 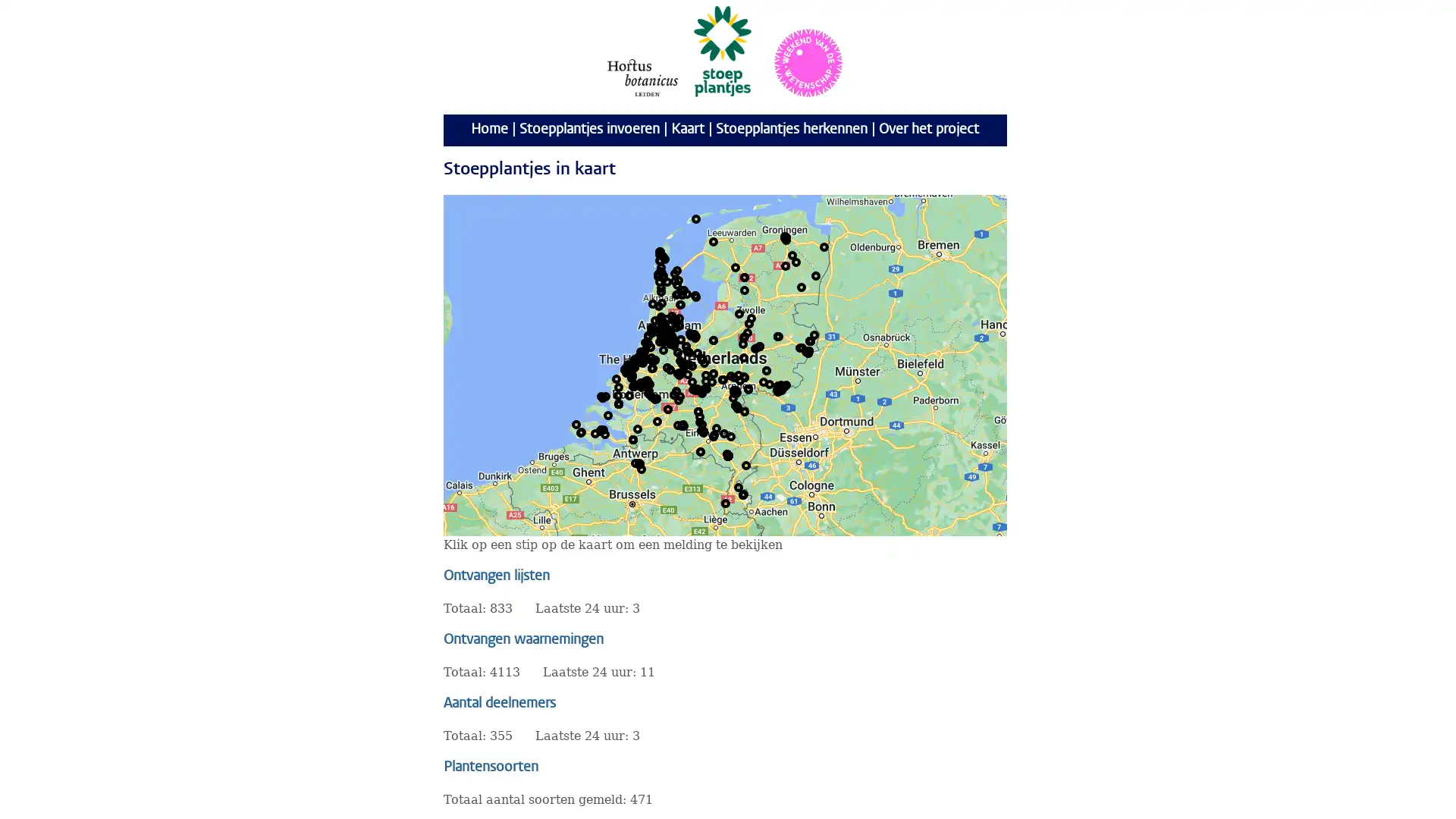 What do you see at coordinates (666, 329) in the screenshot?
I see `Telling van op 15 mei 2022` at bounding box center [666, 329].